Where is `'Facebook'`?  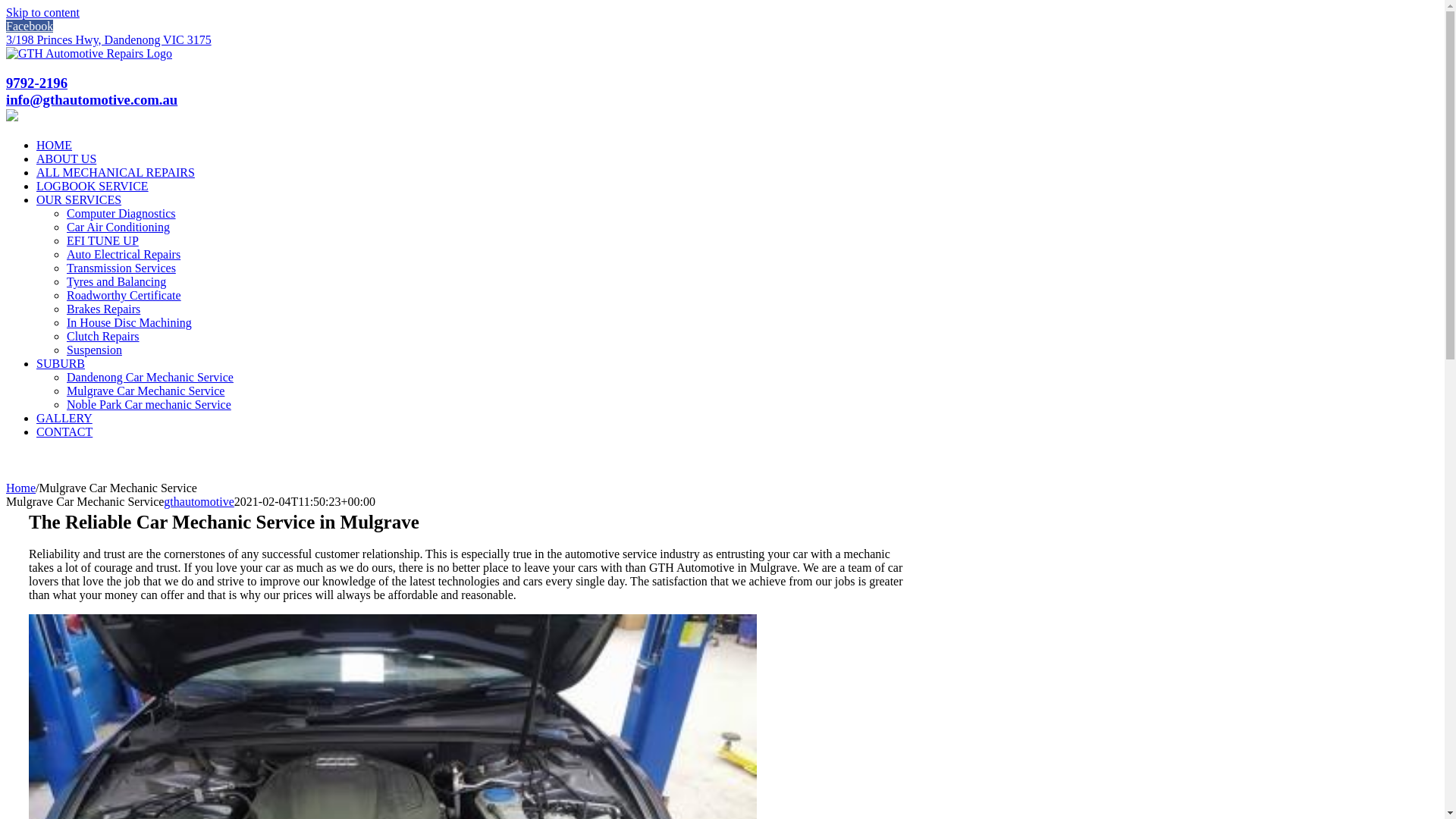
'Facebook' is located at coordinates (29, 26).